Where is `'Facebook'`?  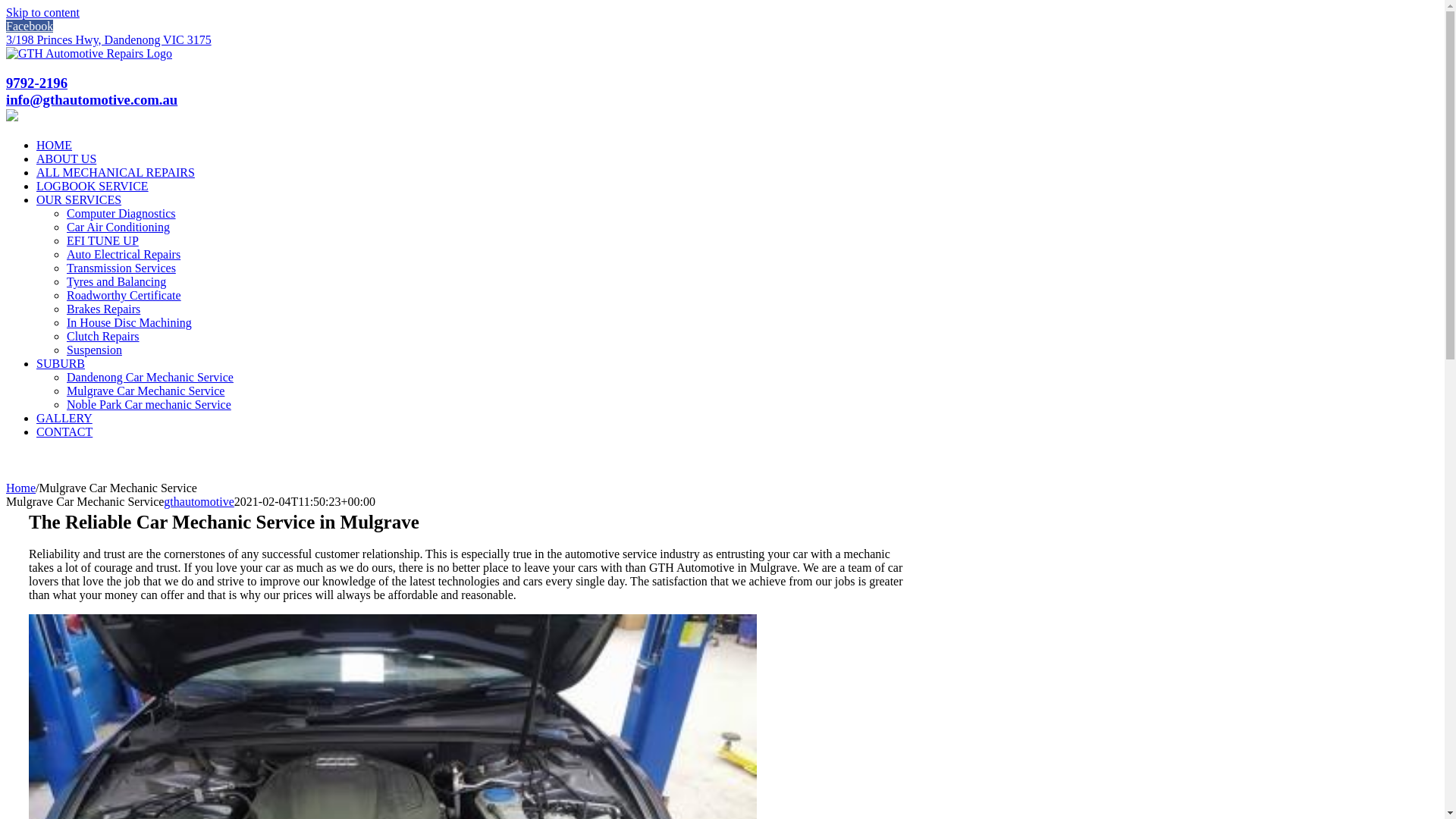
'Facebook' is located at coordinates (29, 26).